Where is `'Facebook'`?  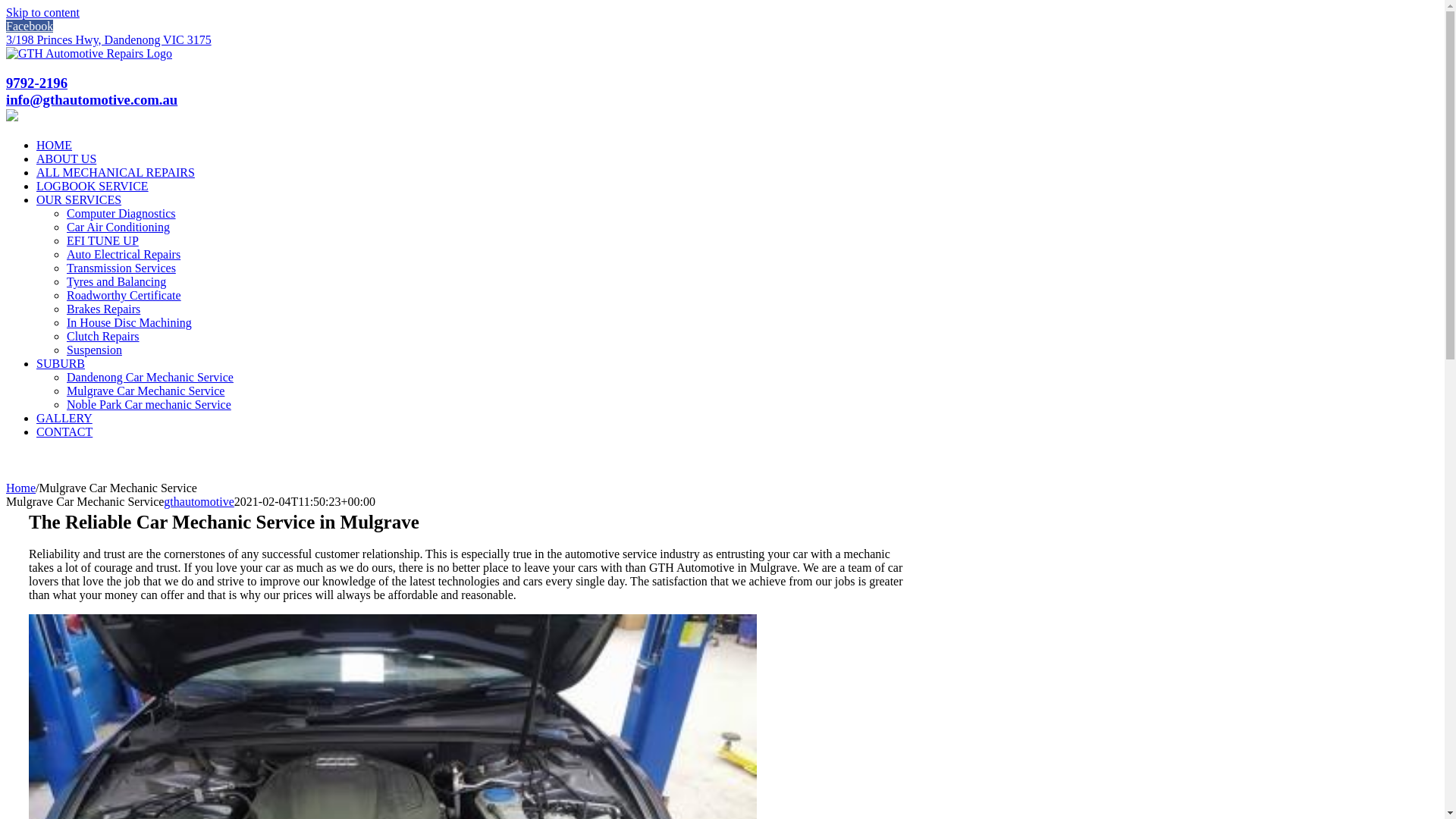
'Facebook' is located at coordinates (29, 26).